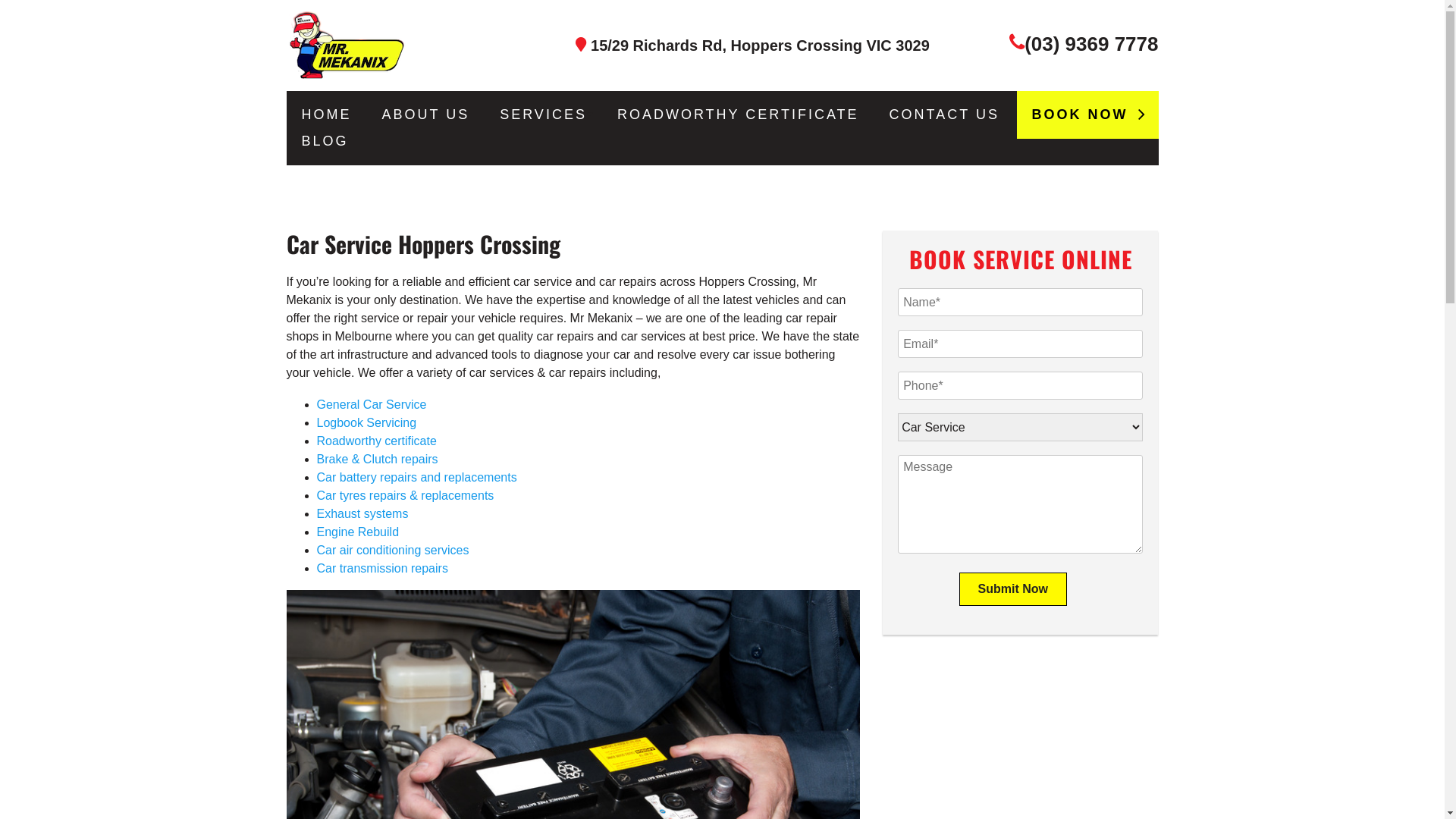 The image size is (1456, 819). Describe the element at coordinates (1090, 42) in the screenshot. I see `'(03) 9369 7778'` at that location.